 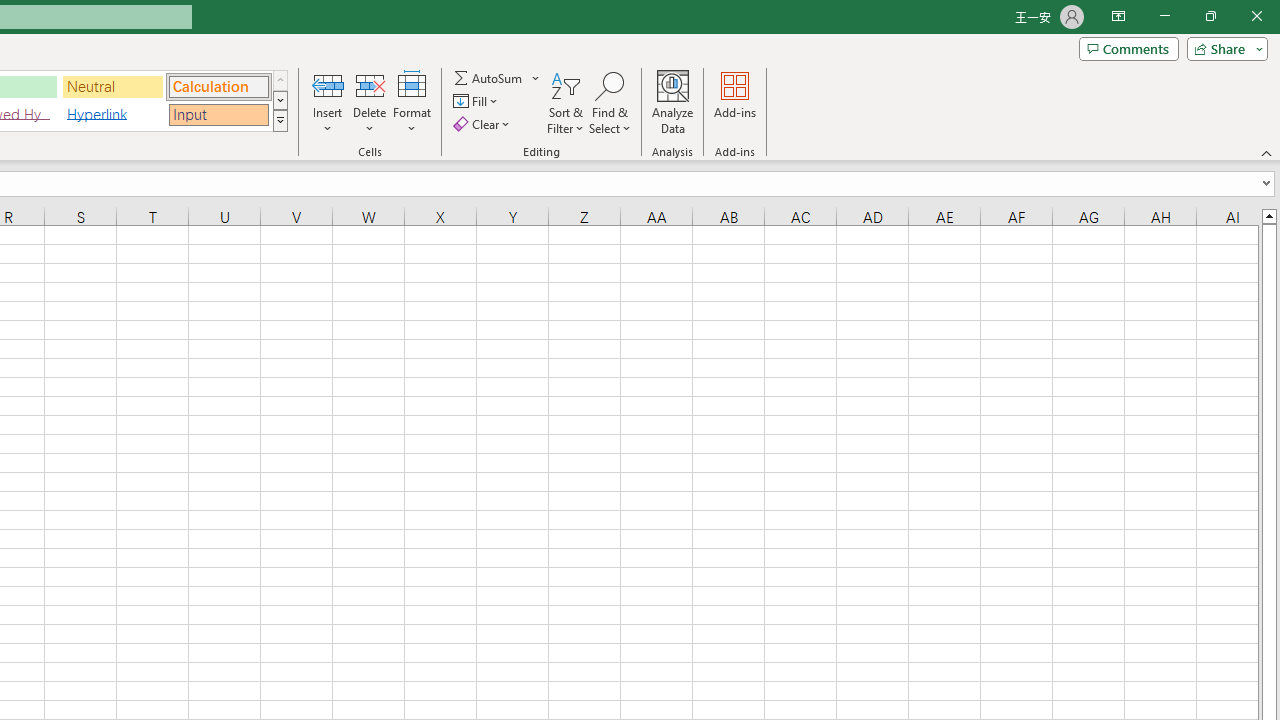 I want to click on 'Insert Cells', so click(x=328, y=84).